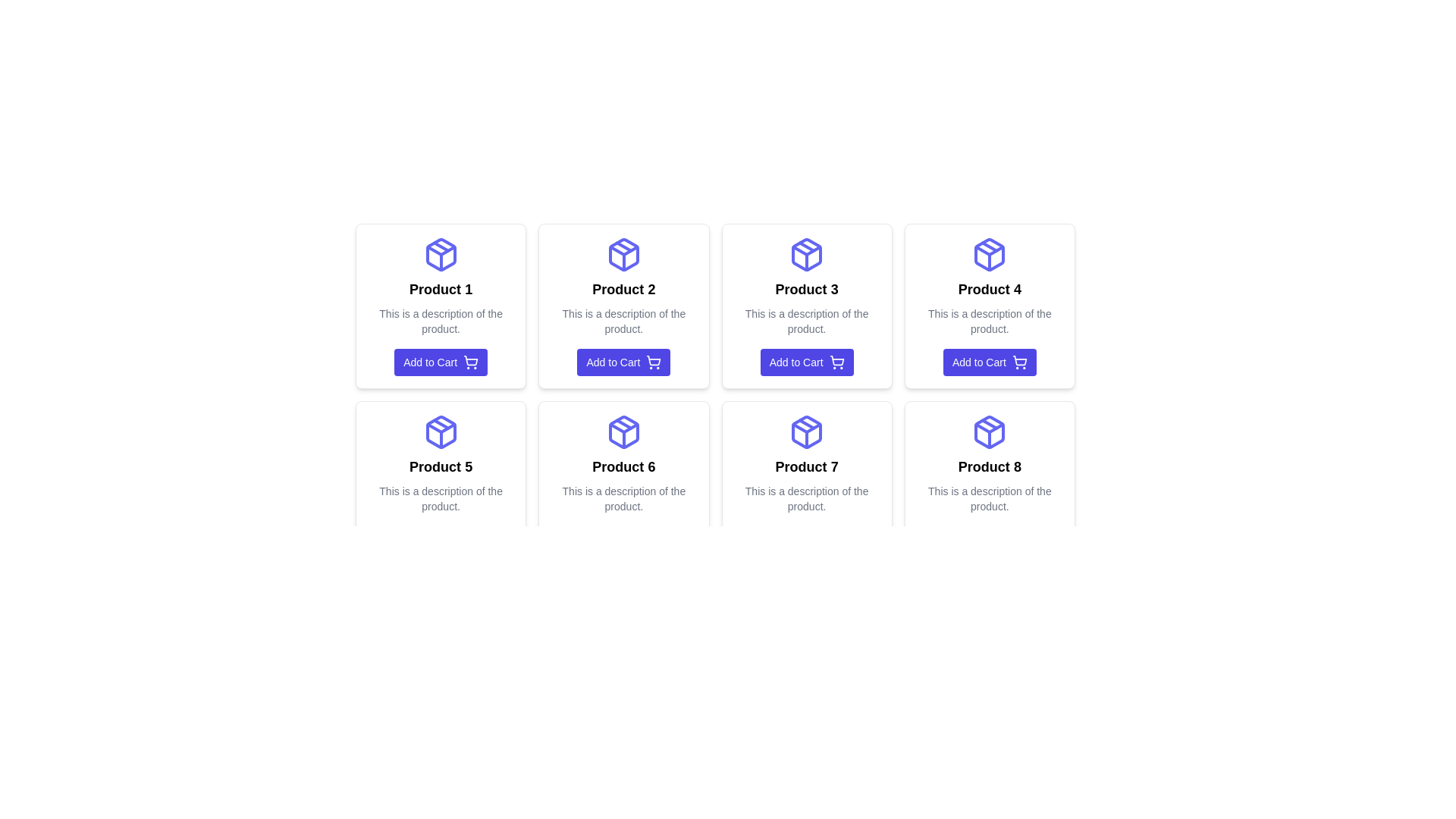 Image resolution: width=1456 pixels, height=819 pixels. What do you see at coordinates (623, 250) in the screenshot?
I see `the decorative triangular SVG element located at the center of the box graphic above the 'Product 2' label in the second product card` at bounding box center [623, 250].